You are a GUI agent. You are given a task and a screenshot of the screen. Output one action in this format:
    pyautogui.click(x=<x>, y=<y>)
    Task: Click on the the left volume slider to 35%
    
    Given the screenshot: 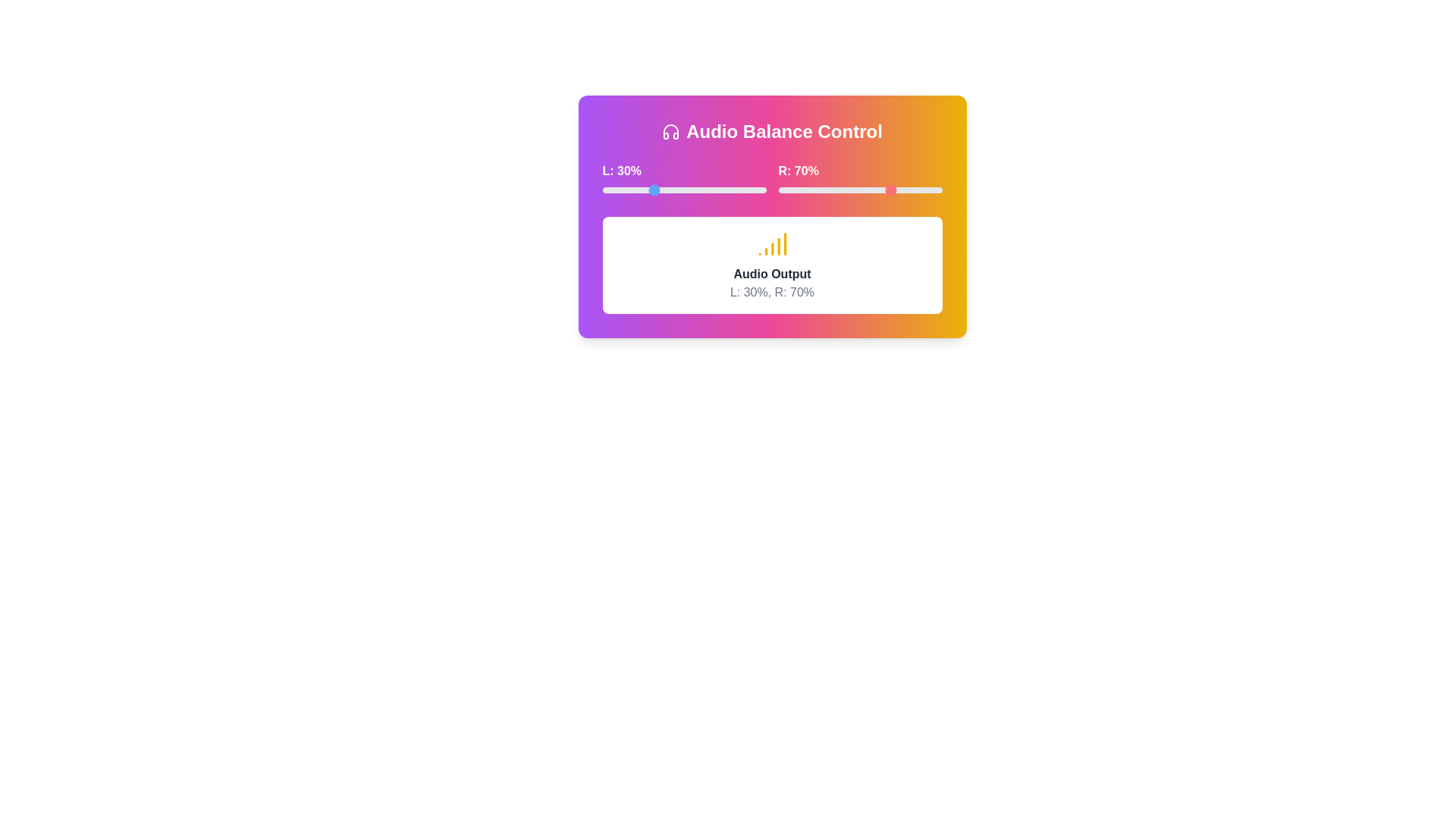 What is the action you would take?
    pyautogui.click(x=660, y=189)
    